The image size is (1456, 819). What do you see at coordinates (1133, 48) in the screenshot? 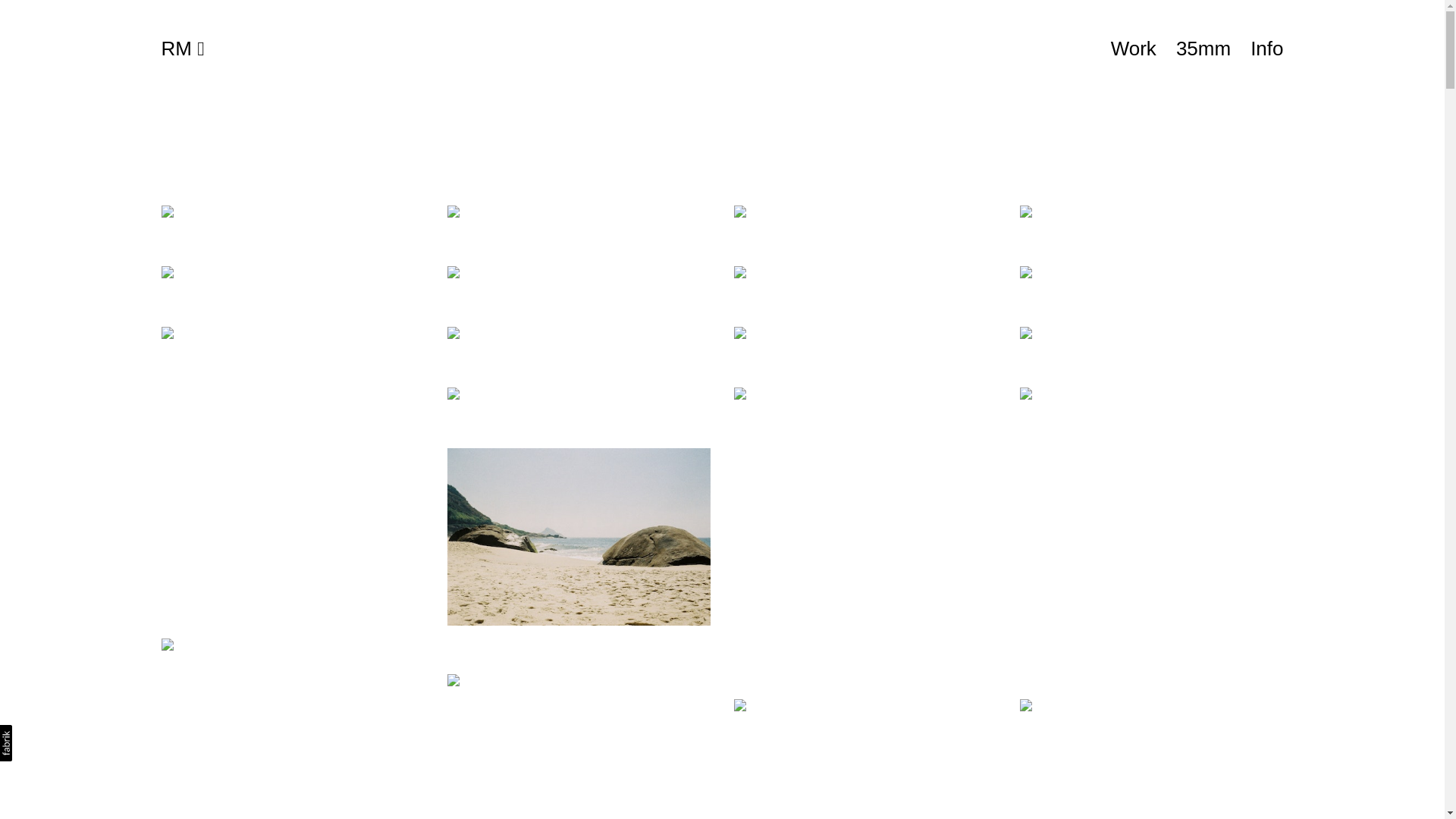
I see `'Work'` at bounding box center [1133, 48].